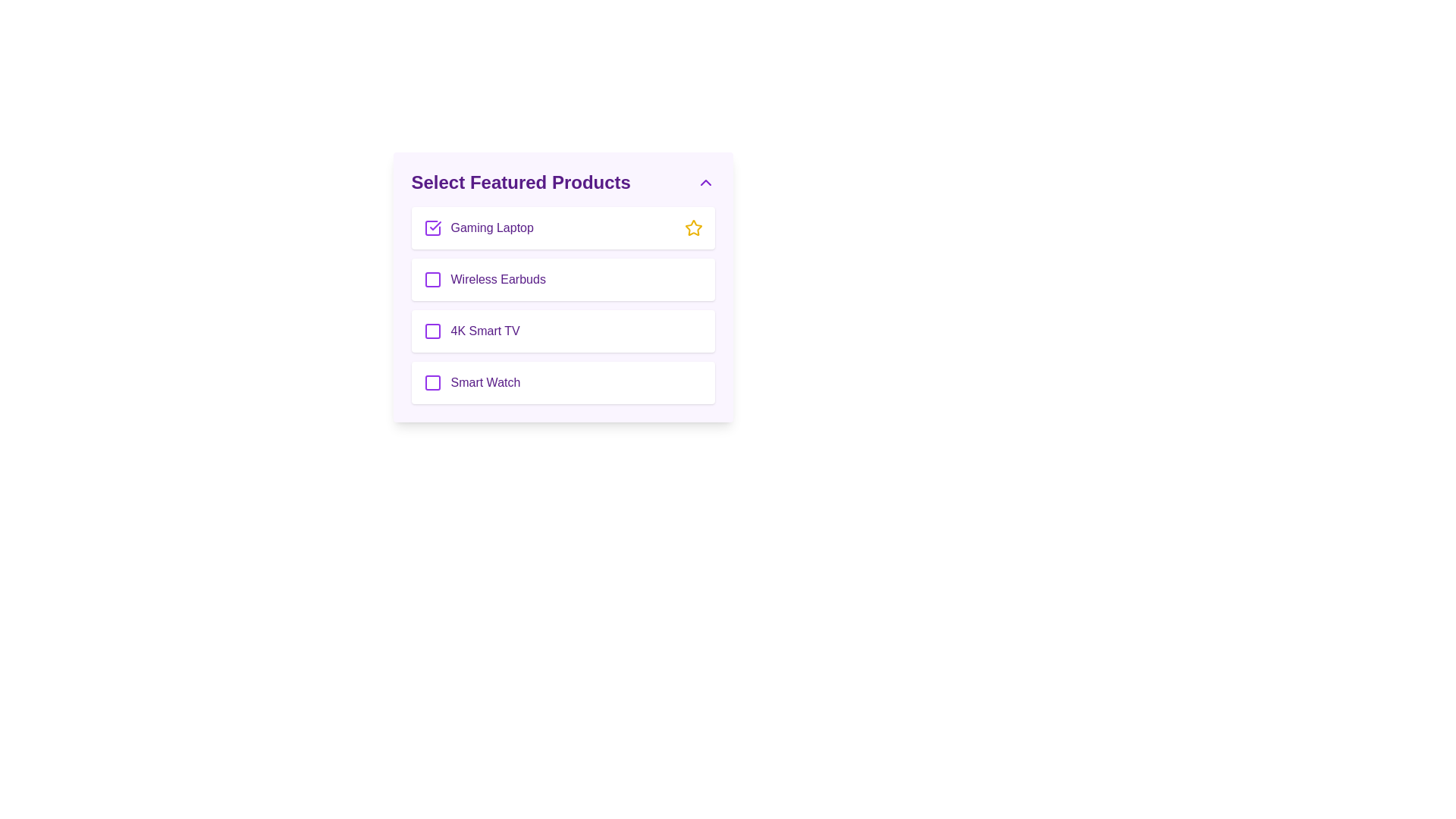 The image size is (1456, 819). What do you see at coordinates (485, 382) in the screenshot?
I see `the 'Smart Watch' text label located to the right of the checkbox icon in the fourth item of the list` at bounding box center [485, 382].